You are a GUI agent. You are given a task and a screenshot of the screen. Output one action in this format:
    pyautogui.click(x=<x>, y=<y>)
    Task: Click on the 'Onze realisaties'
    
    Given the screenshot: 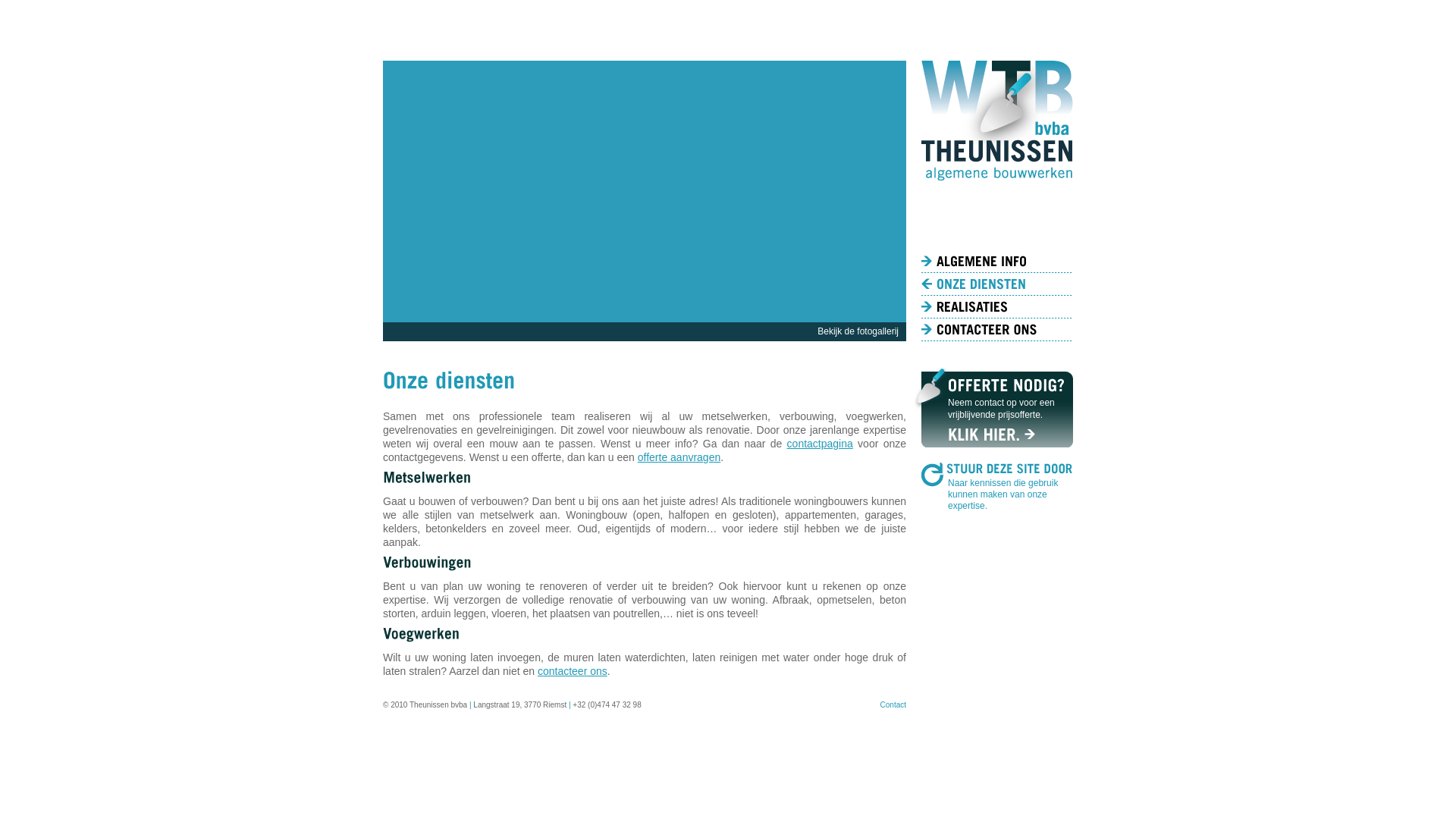 What is the action you would take?
    pyautogui.click(x=920, y=307)
    